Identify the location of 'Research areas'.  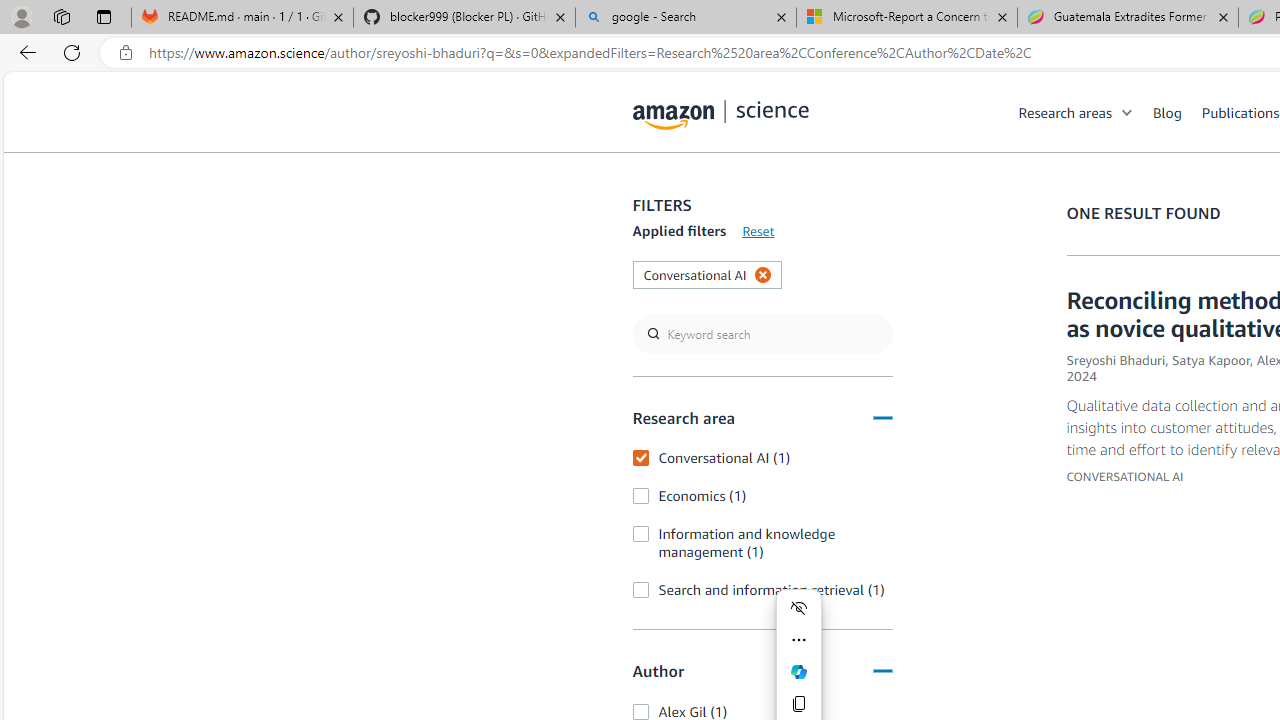
(1064, 111).